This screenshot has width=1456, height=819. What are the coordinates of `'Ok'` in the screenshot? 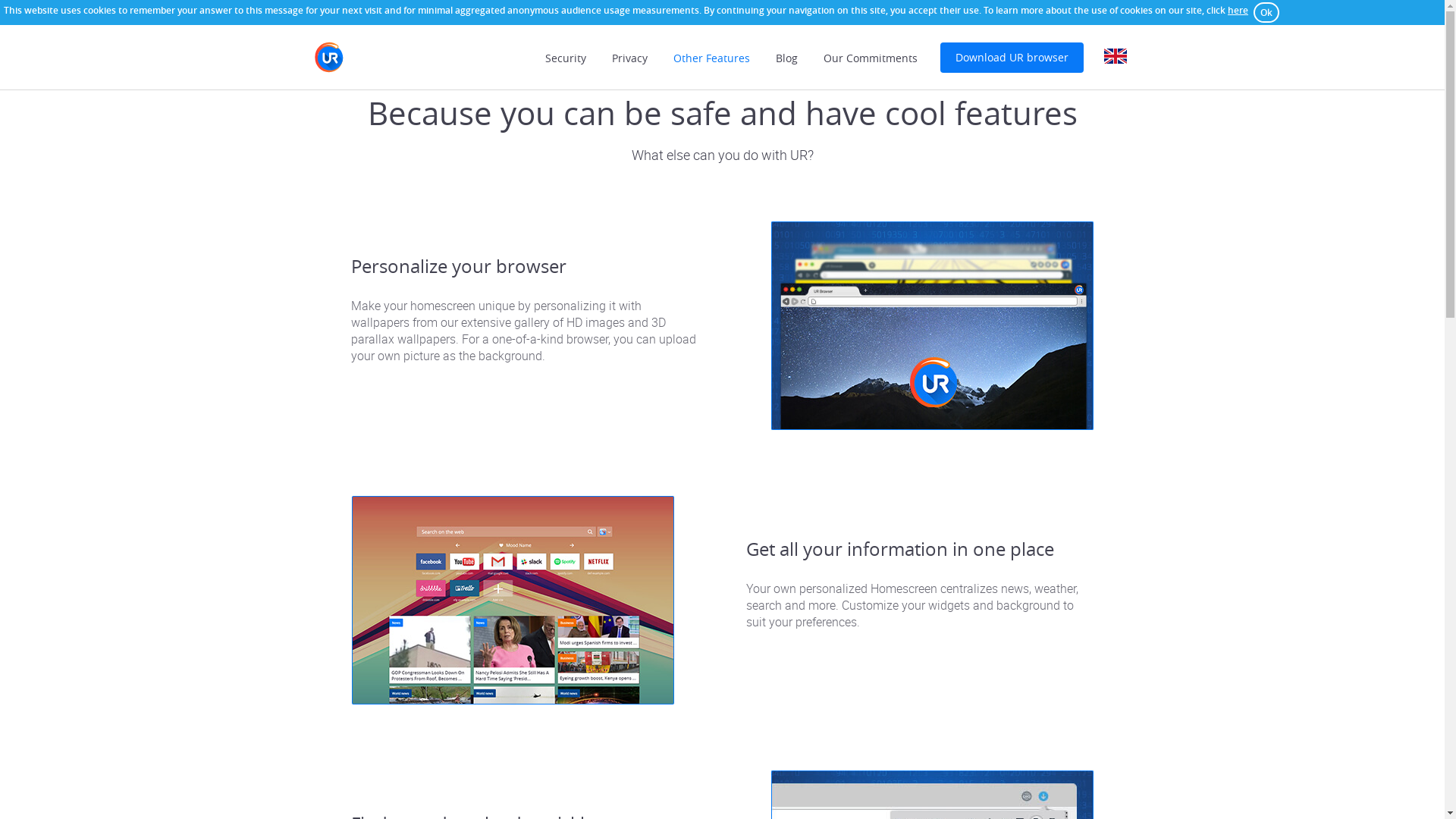 It's located at (1253, 12).